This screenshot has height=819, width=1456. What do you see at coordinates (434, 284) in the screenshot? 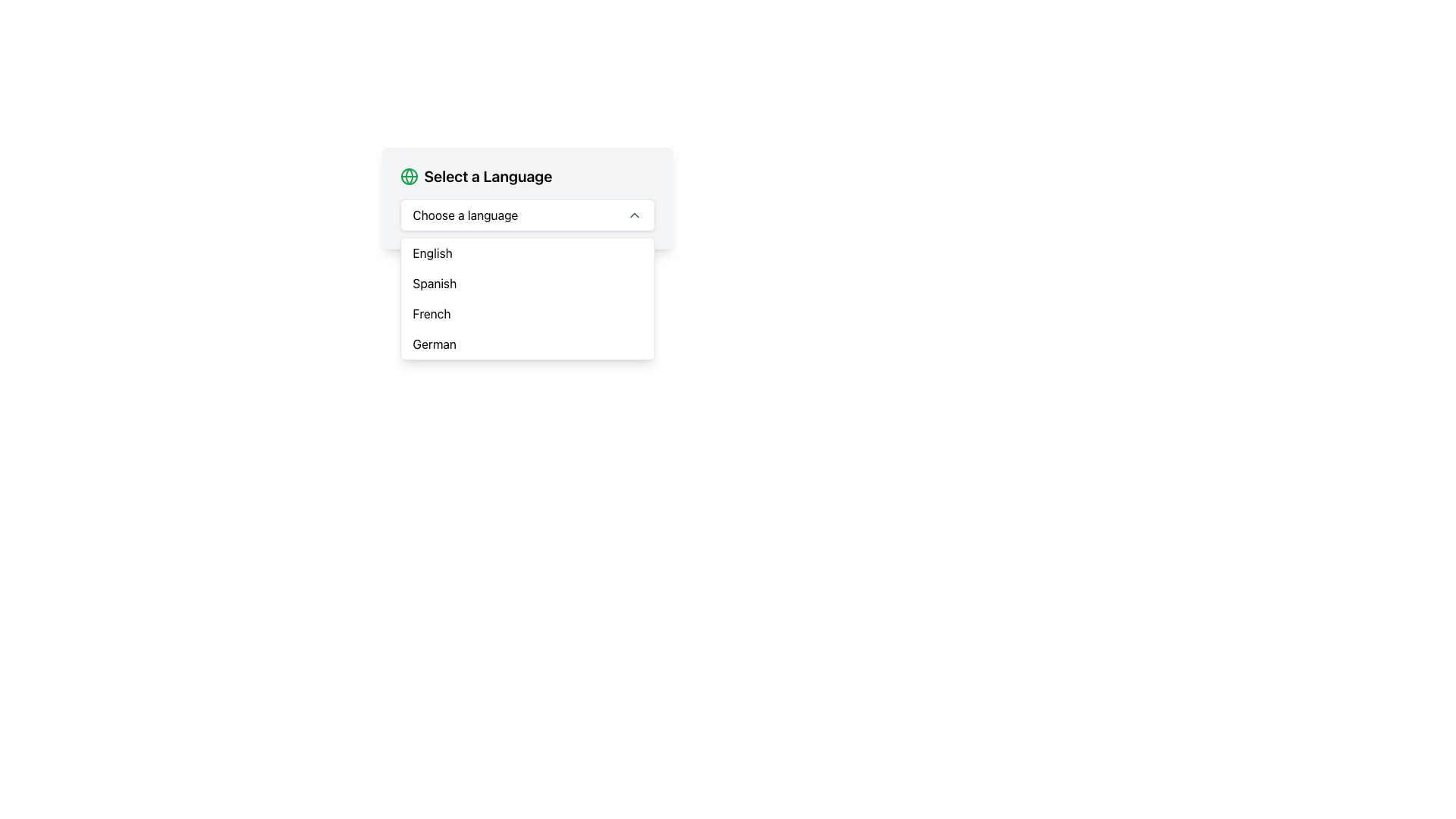
I see `the 'Spanish' text label in the dropdown menu` at bounding box center [434, 284].